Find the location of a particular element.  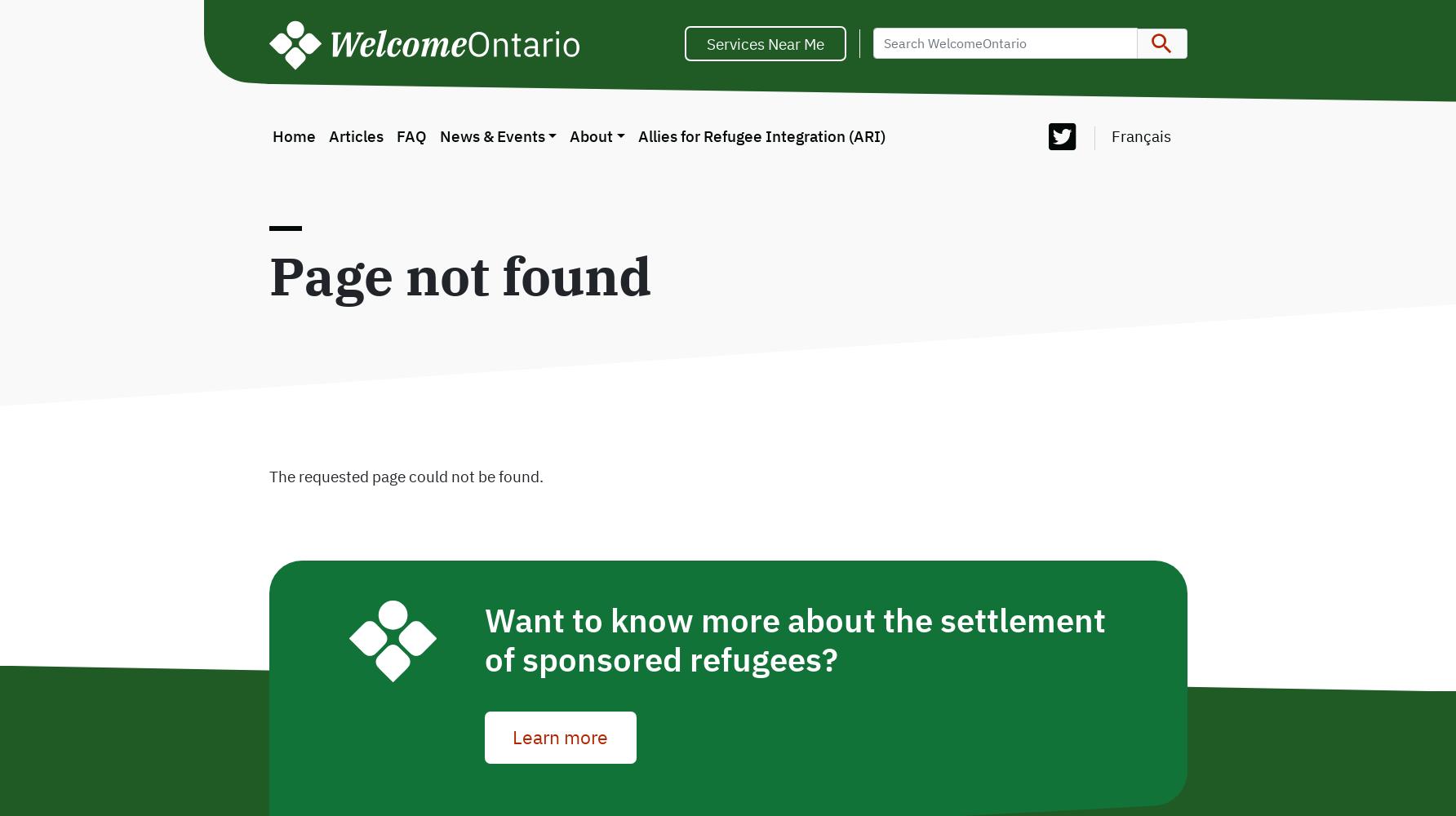

'News & Events' is located at coordinates (491, 135).